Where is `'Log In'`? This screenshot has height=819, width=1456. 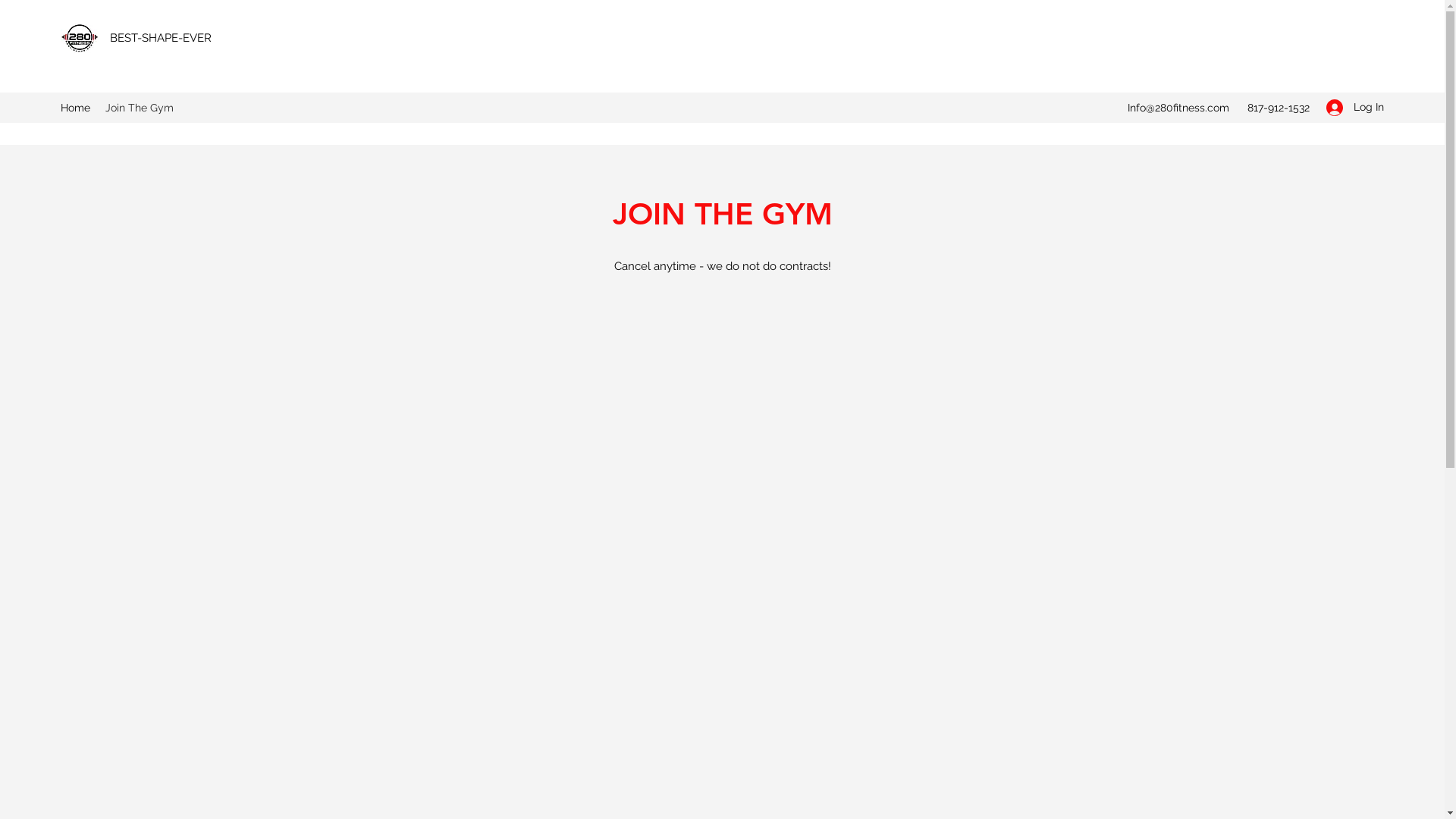 'Log In' is located at coordinates (1350, 106).